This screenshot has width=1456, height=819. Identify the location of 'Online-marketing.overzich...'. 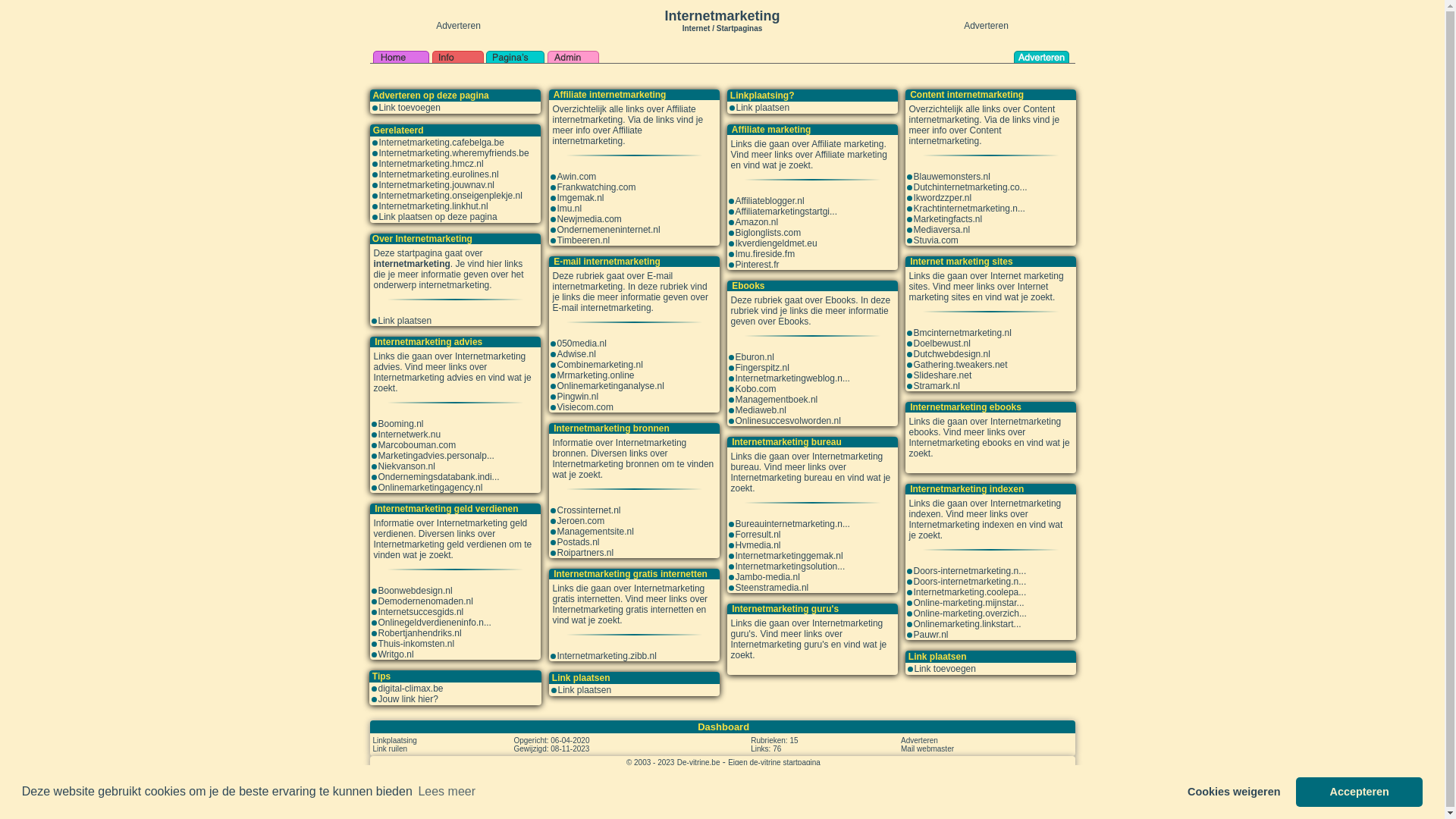
(968, 613).